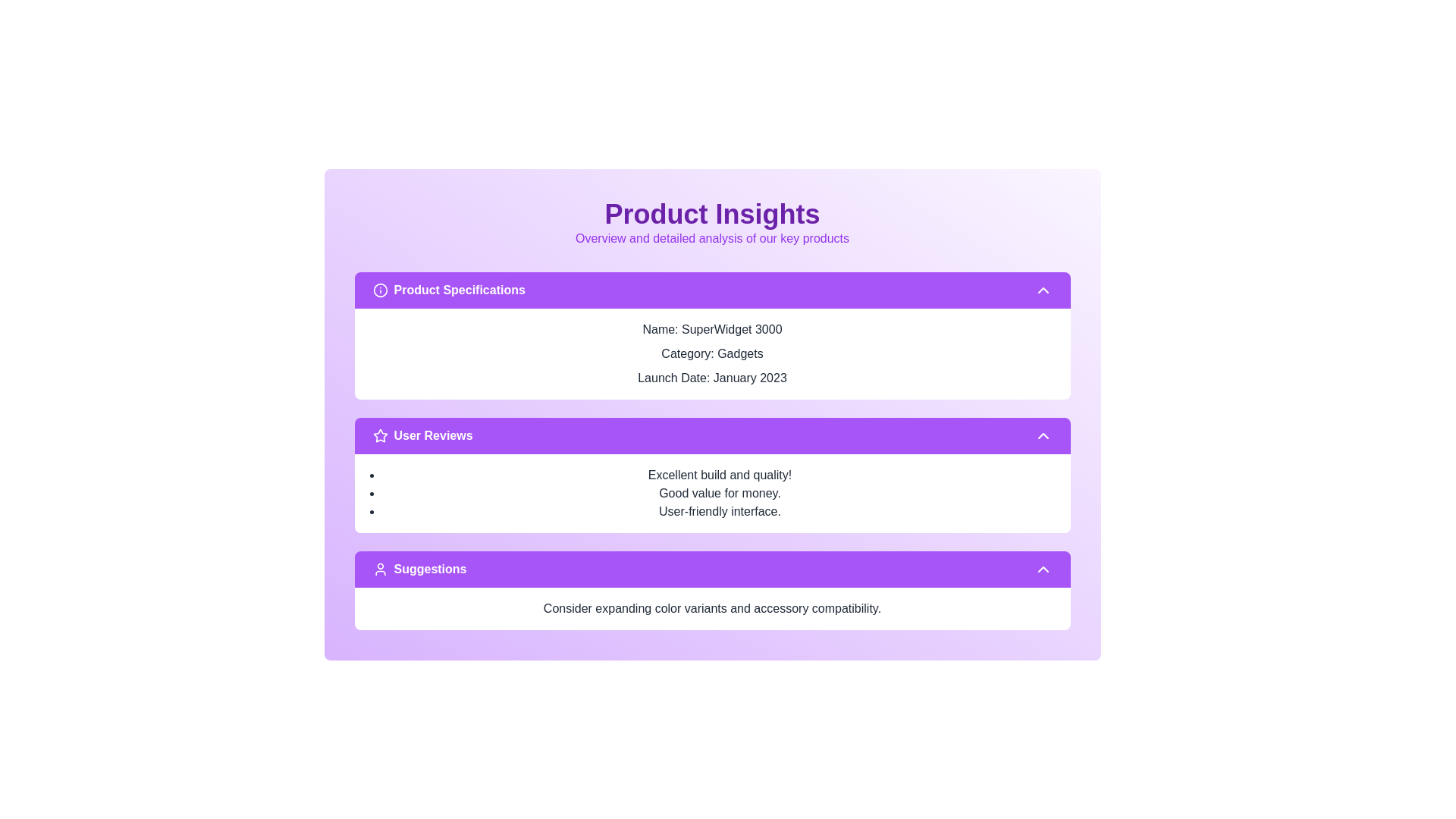 The width and height of the screenshot is (1456, 819). What do you see at coordinates (1042, 290) in the screenshot?
I see `the chevron-shaped icon pointing upwards, located in the top-right corner of the 'Product Specifications' section header` at bounding box center [1042, 290].